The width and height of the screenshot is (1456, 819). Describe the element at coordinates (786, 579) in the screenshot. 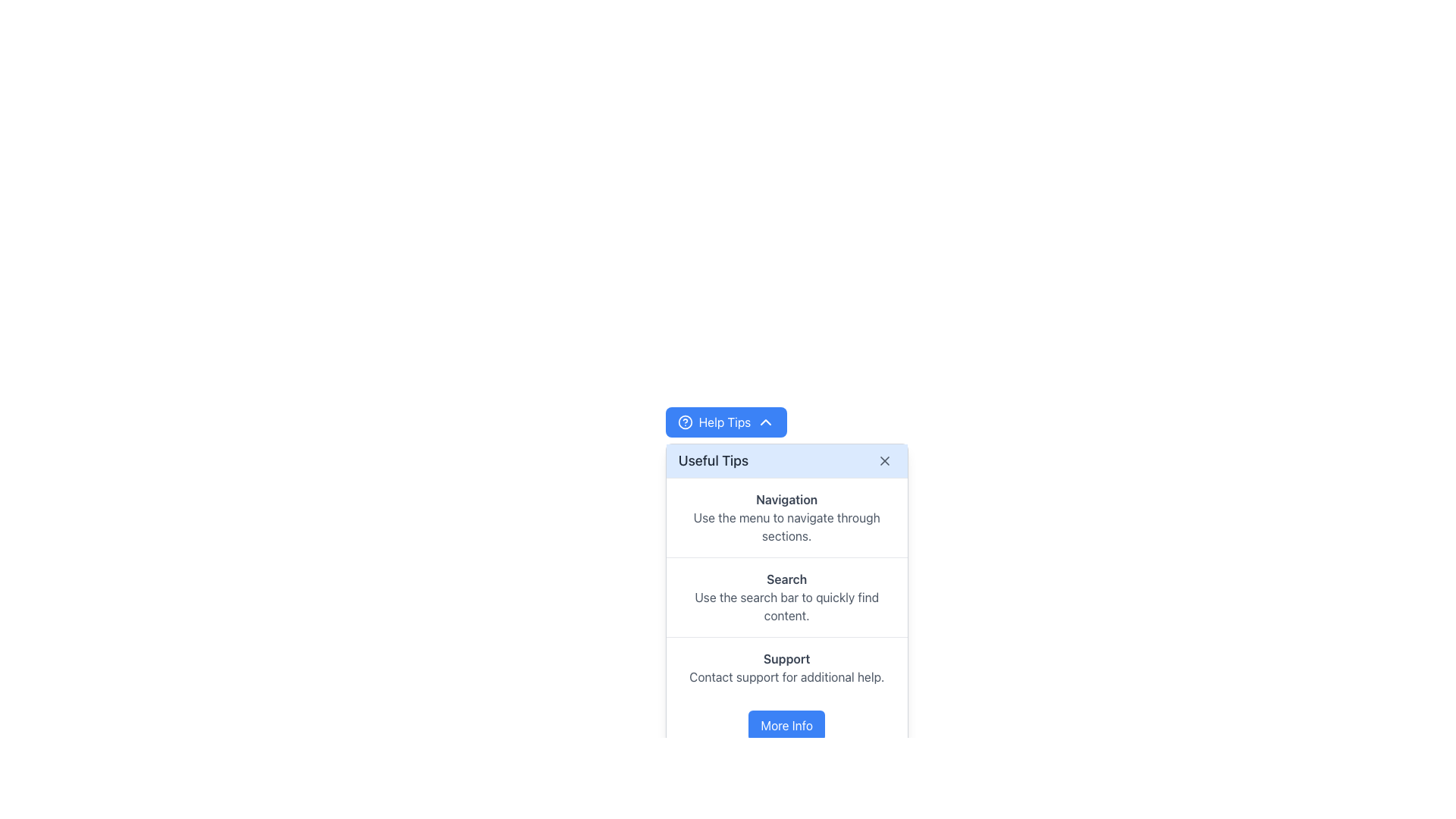

I see `the bold text label displaying 'Search' with a darker gray font, positioned above the text 'Use the search bar to quickly find content.' in the 'Useful Tips' section` at that location.